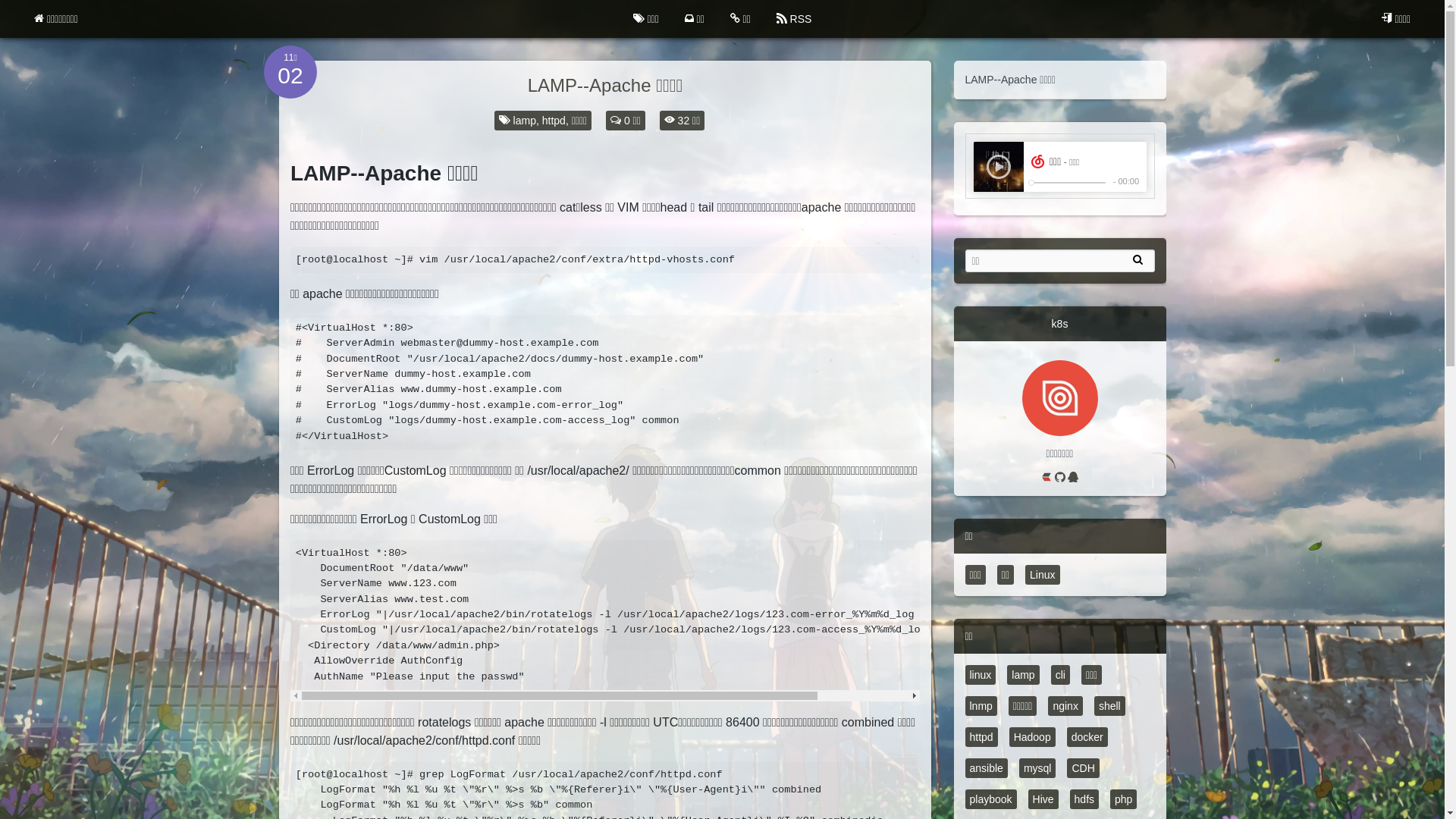  Describe the element at coordinates (1064, 705) in the screenshot. I see `'nginx'` at that location.